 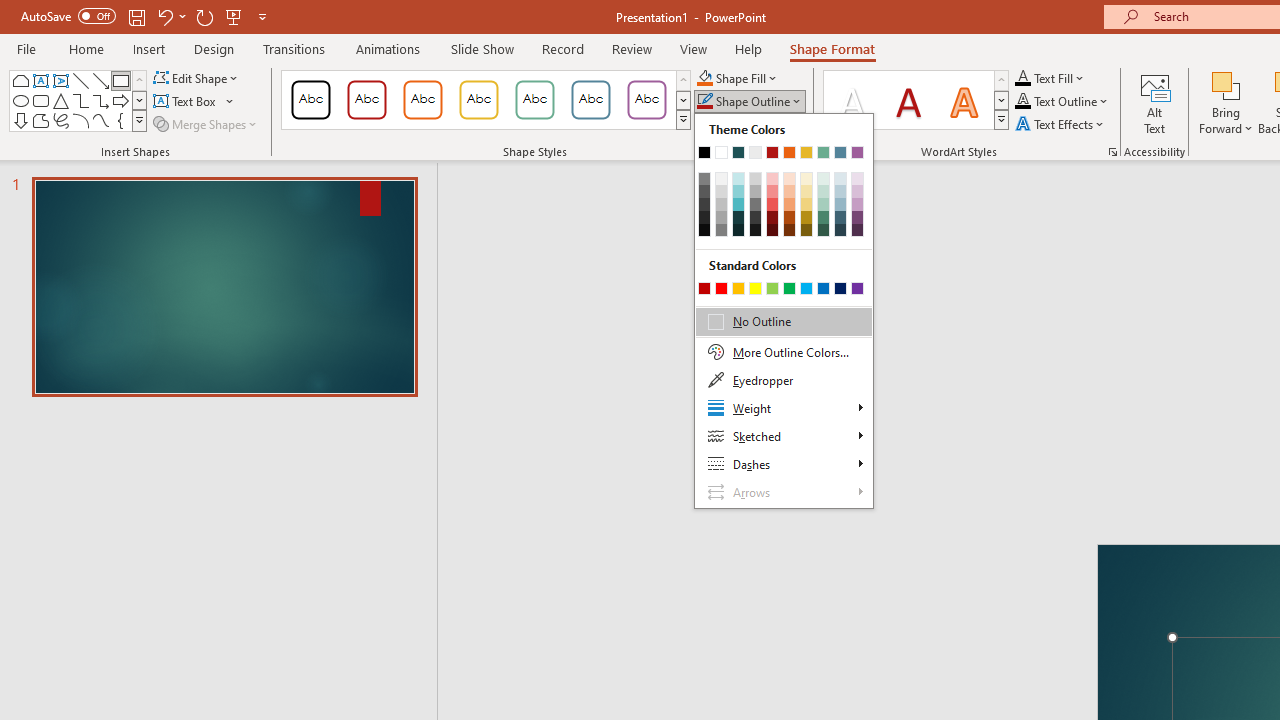 What do you see at coordinates (1060, 124) in the screenshot?
I see `'Text Effects'` at bounding box center [1060, 124].